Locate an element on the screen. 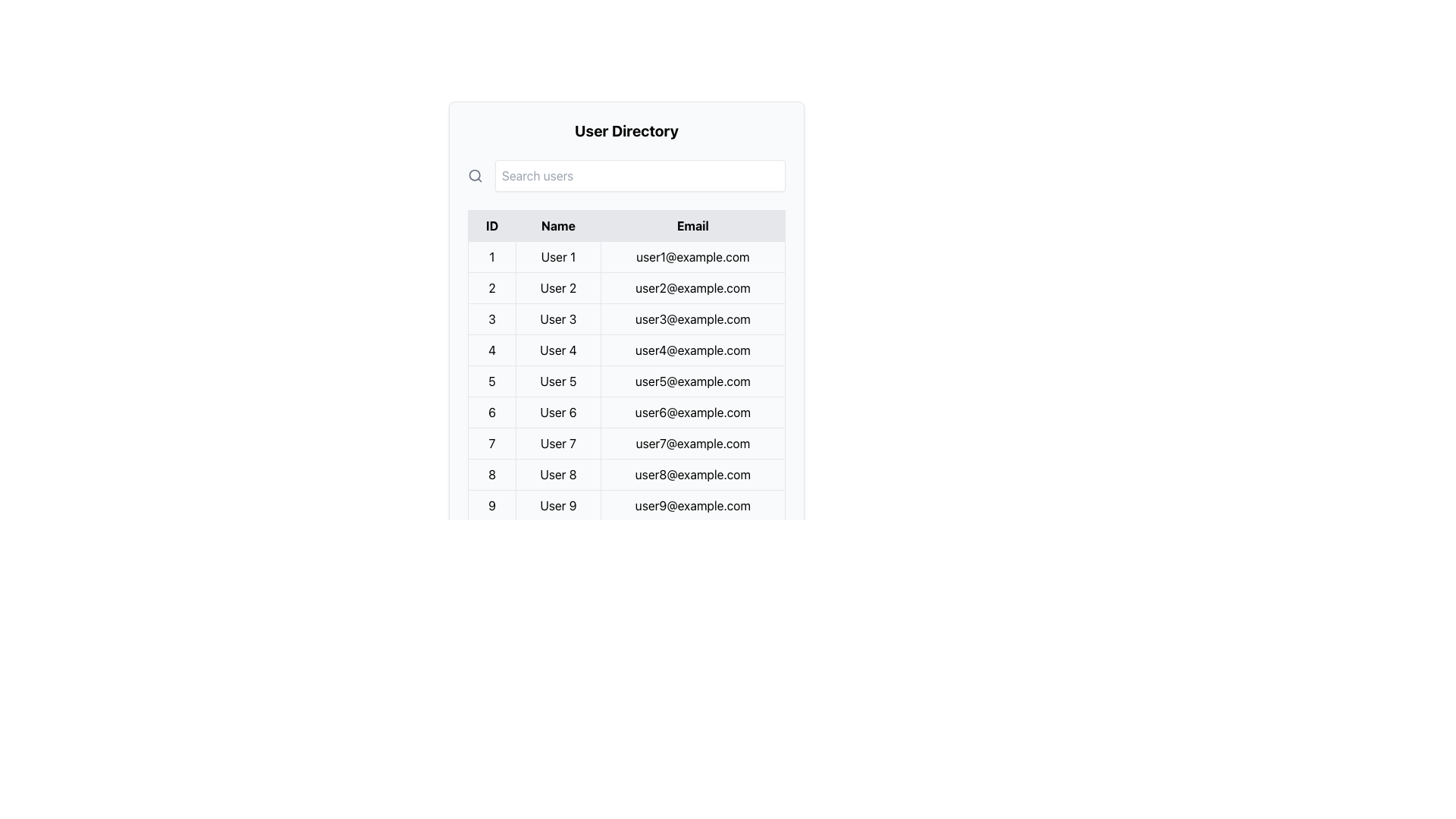 Image resolution: width=1456 pixels, height=819 pixels. the Text Label displaying the name associated with ID 9 in the table, located in the third cell of the ninth row under the 'Name' column is located at coordinates (557, 506).